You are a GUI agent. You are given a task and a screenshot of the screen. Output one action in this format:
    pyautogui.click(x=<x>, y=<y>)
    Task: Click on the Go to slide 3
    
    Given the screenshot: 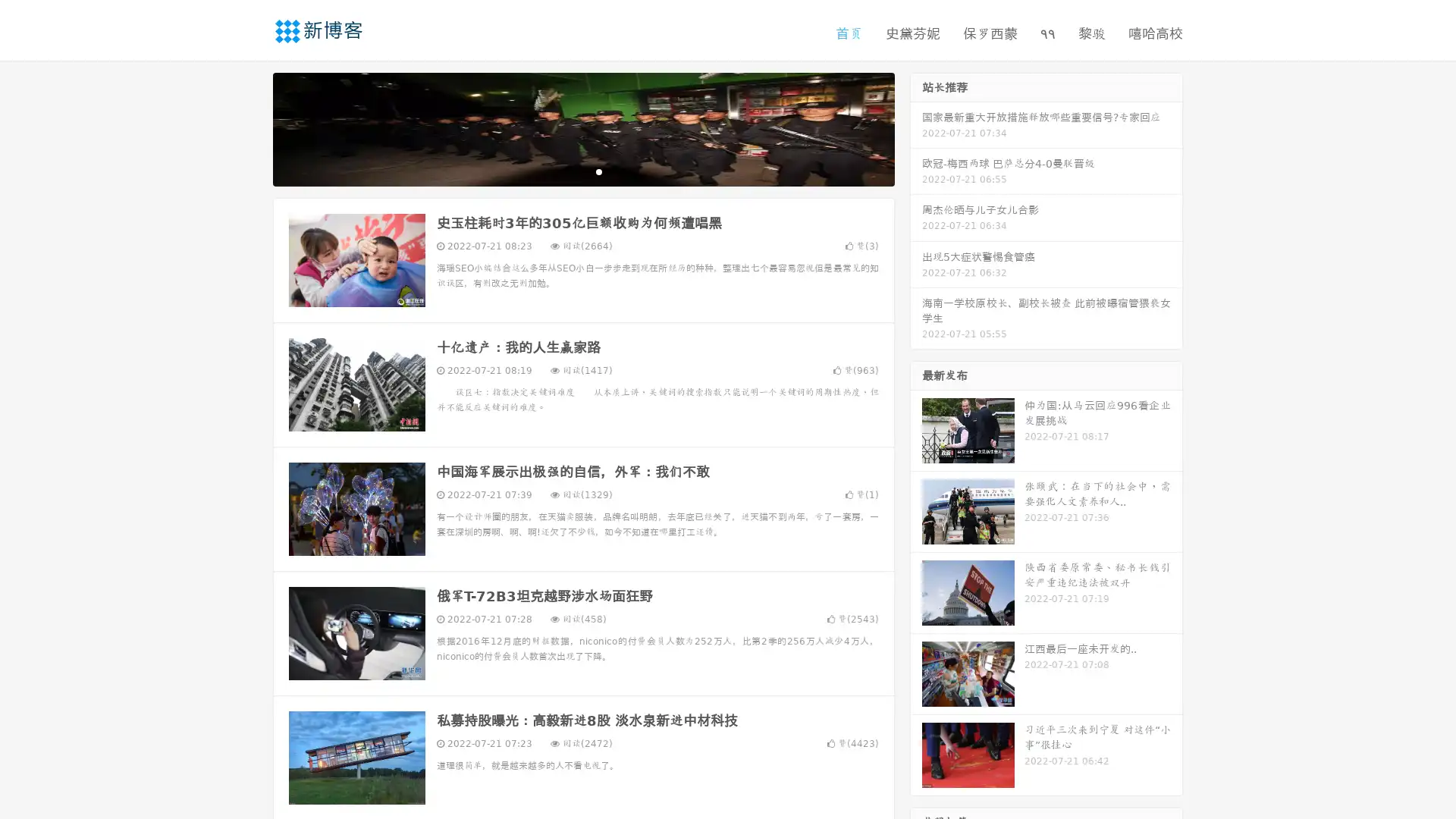 What is the action you would take?
    pyautogui.click(x=598, y=171)
    